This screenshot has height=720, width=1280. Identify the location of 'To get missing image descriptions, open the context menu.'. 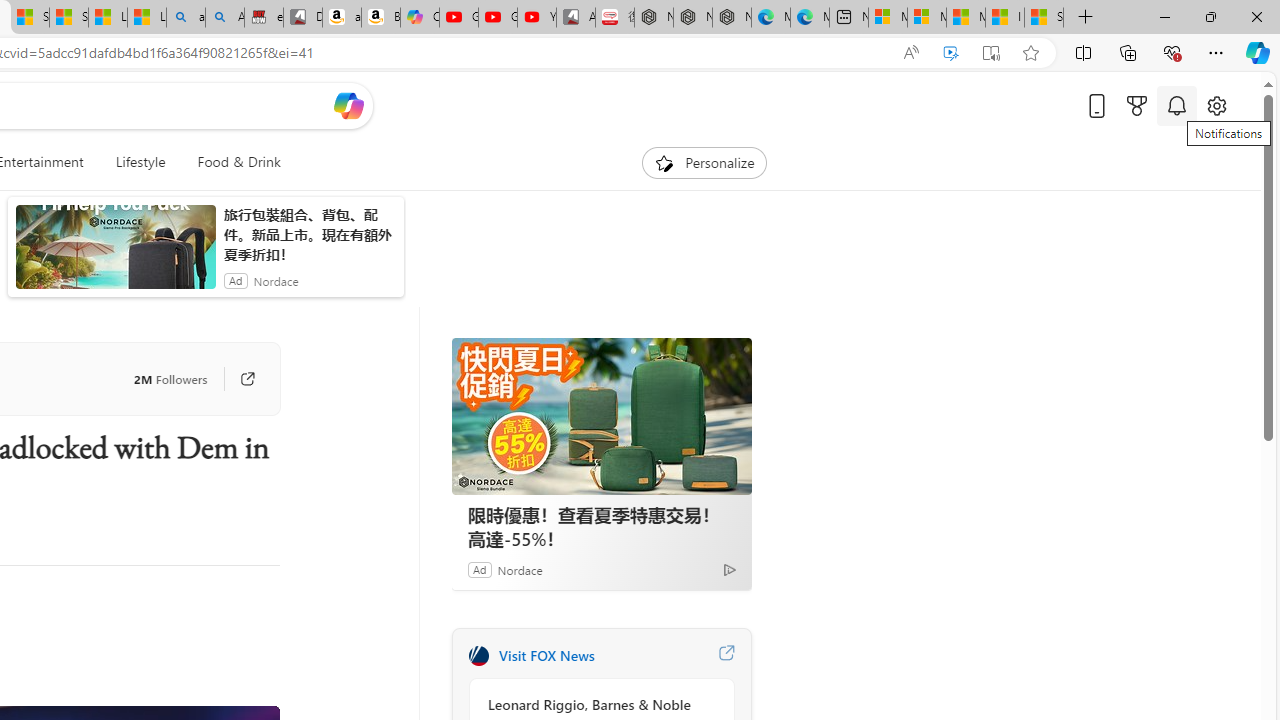
(664, 161).